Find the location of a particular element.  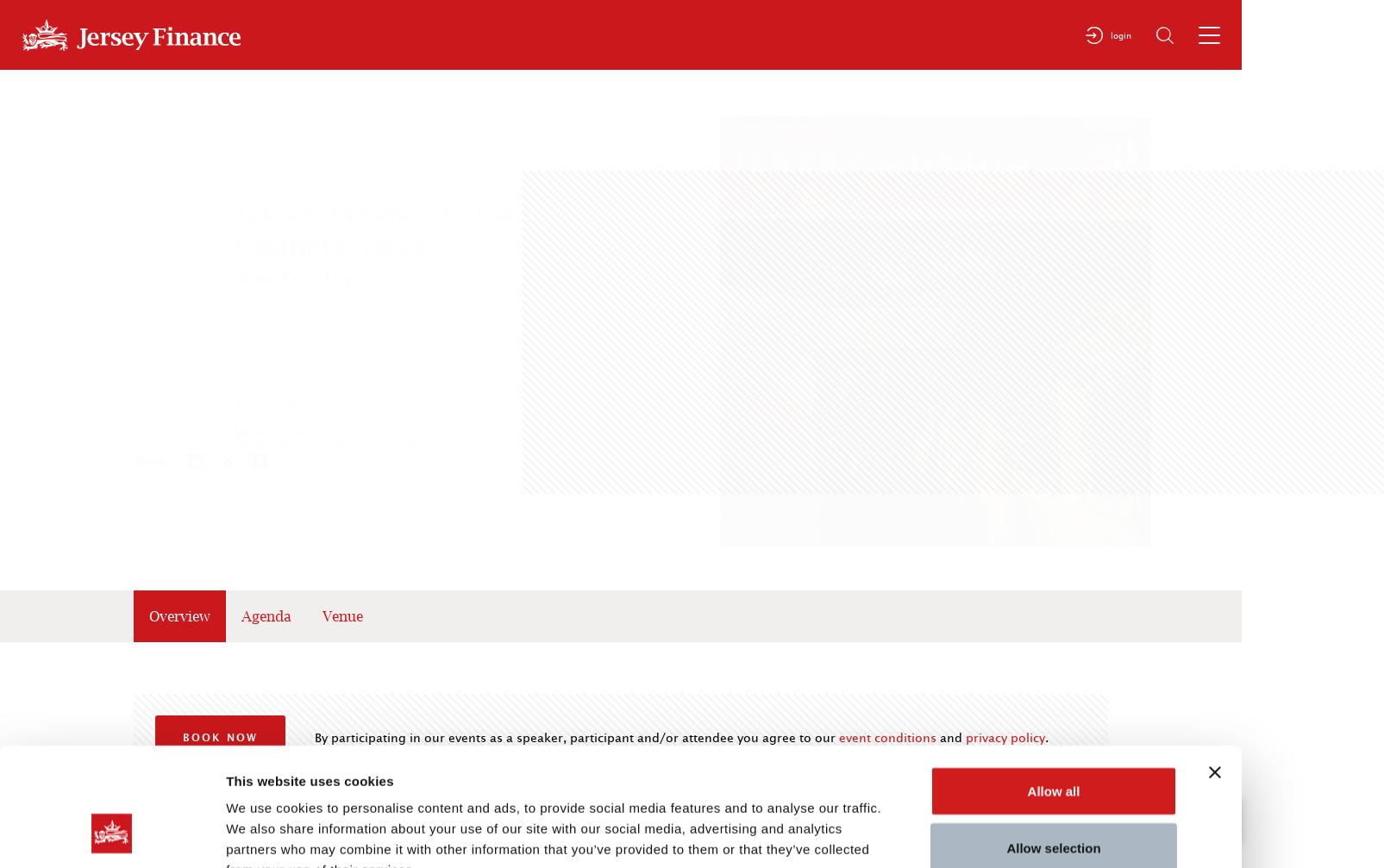

'Top' is located at coordinates (1249, 828).